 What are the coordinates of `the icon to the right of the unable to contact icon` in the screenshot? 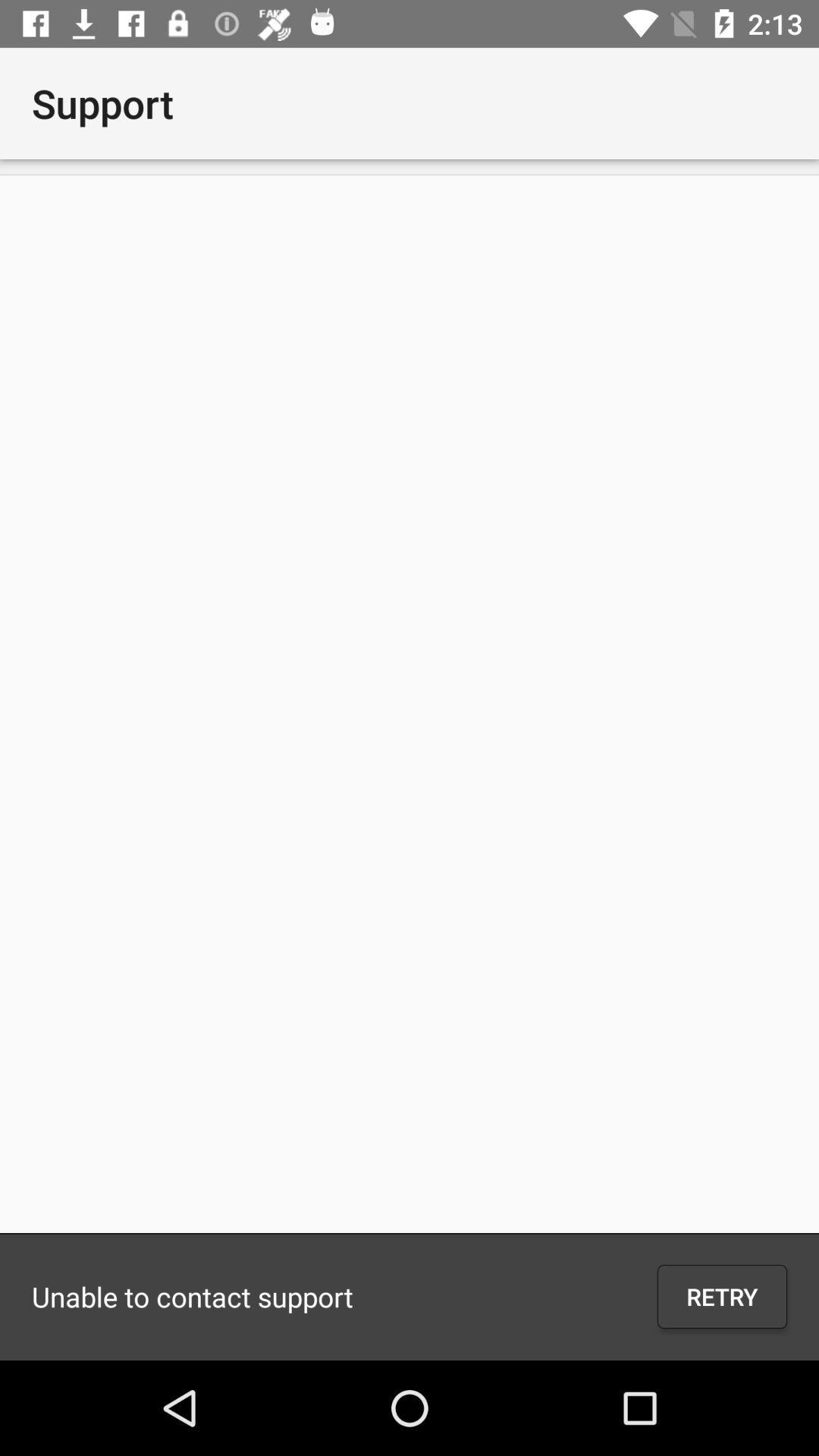 It's located at (721, 1295).